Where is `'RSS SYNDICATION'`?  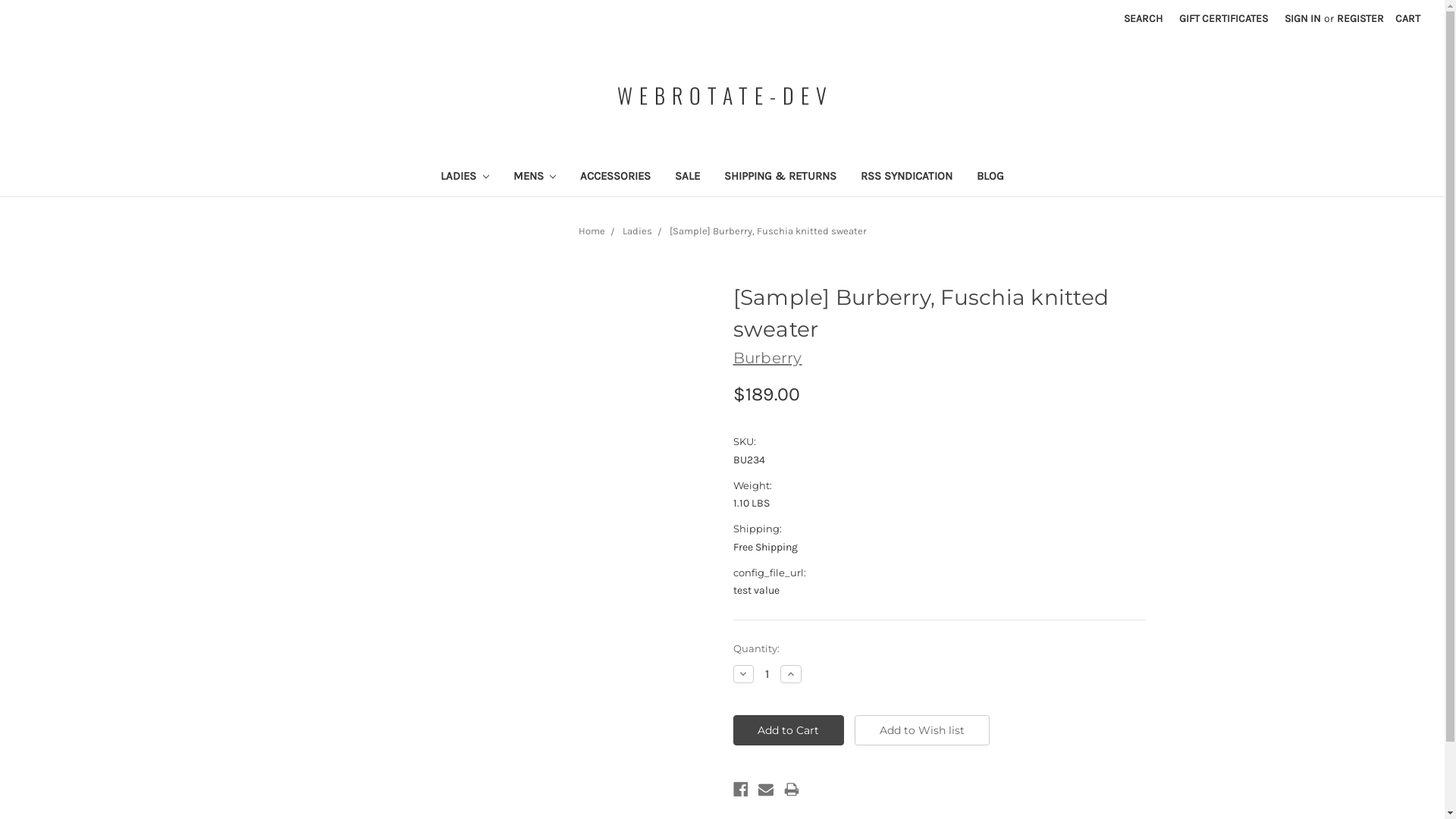 'RSS SYNDICATION' is located at coordinates (906, 177).